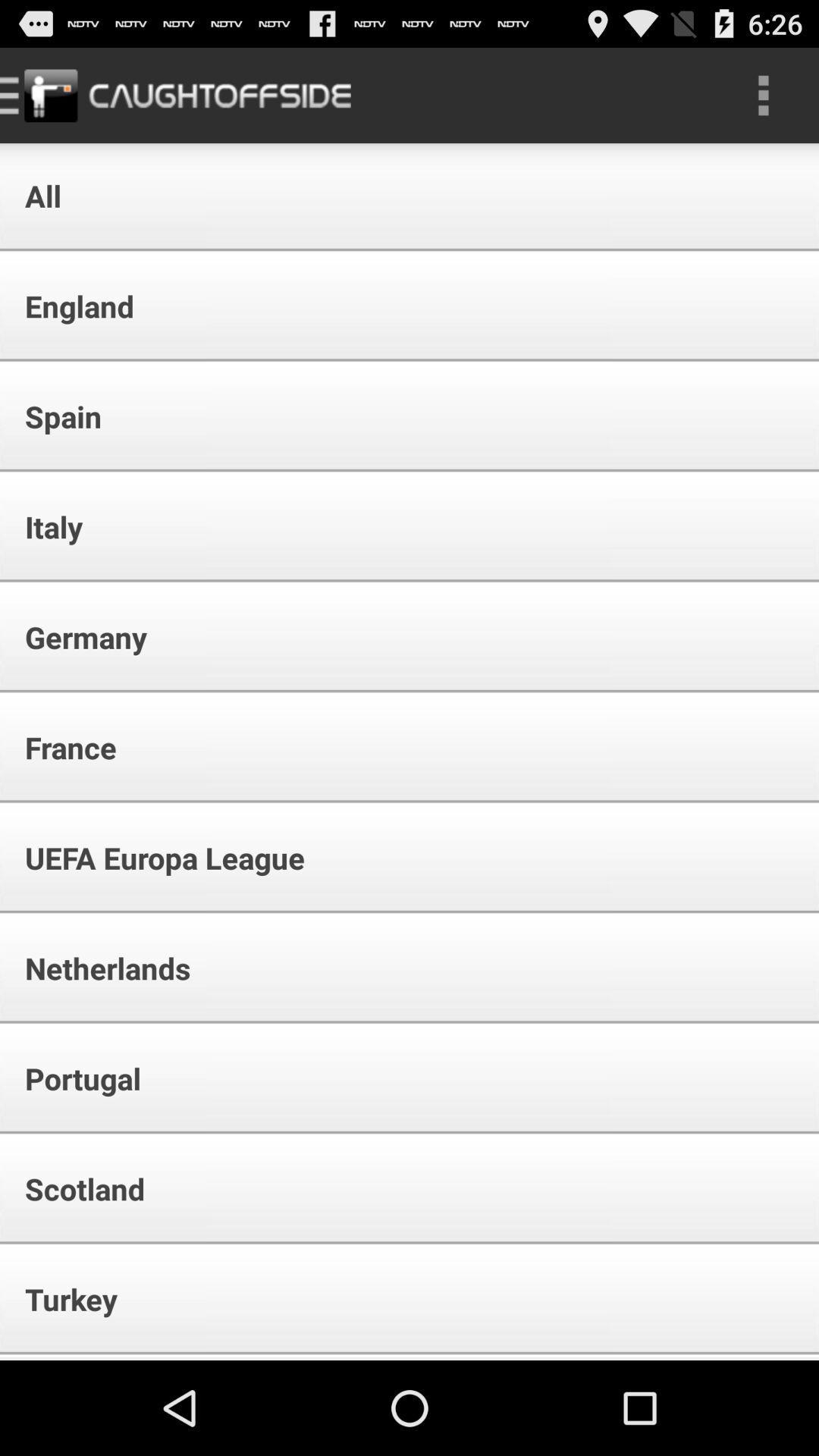  What do you see at coordinates (97, 967) in the screenshot?
I see `netherlands icon` at bounding box center [97, 967].